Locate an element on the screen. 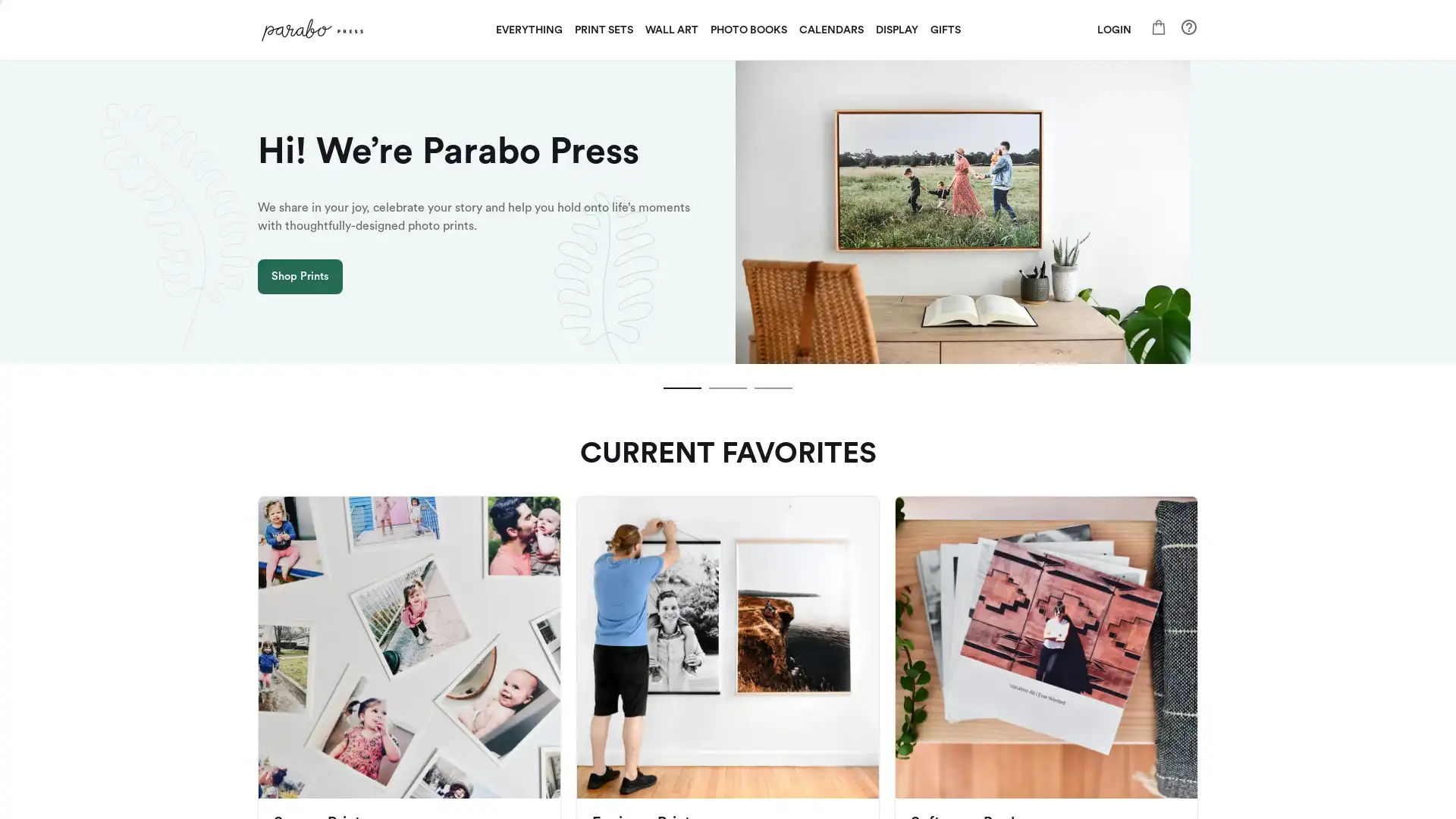  slide dot is located at coordinates (773, 388).